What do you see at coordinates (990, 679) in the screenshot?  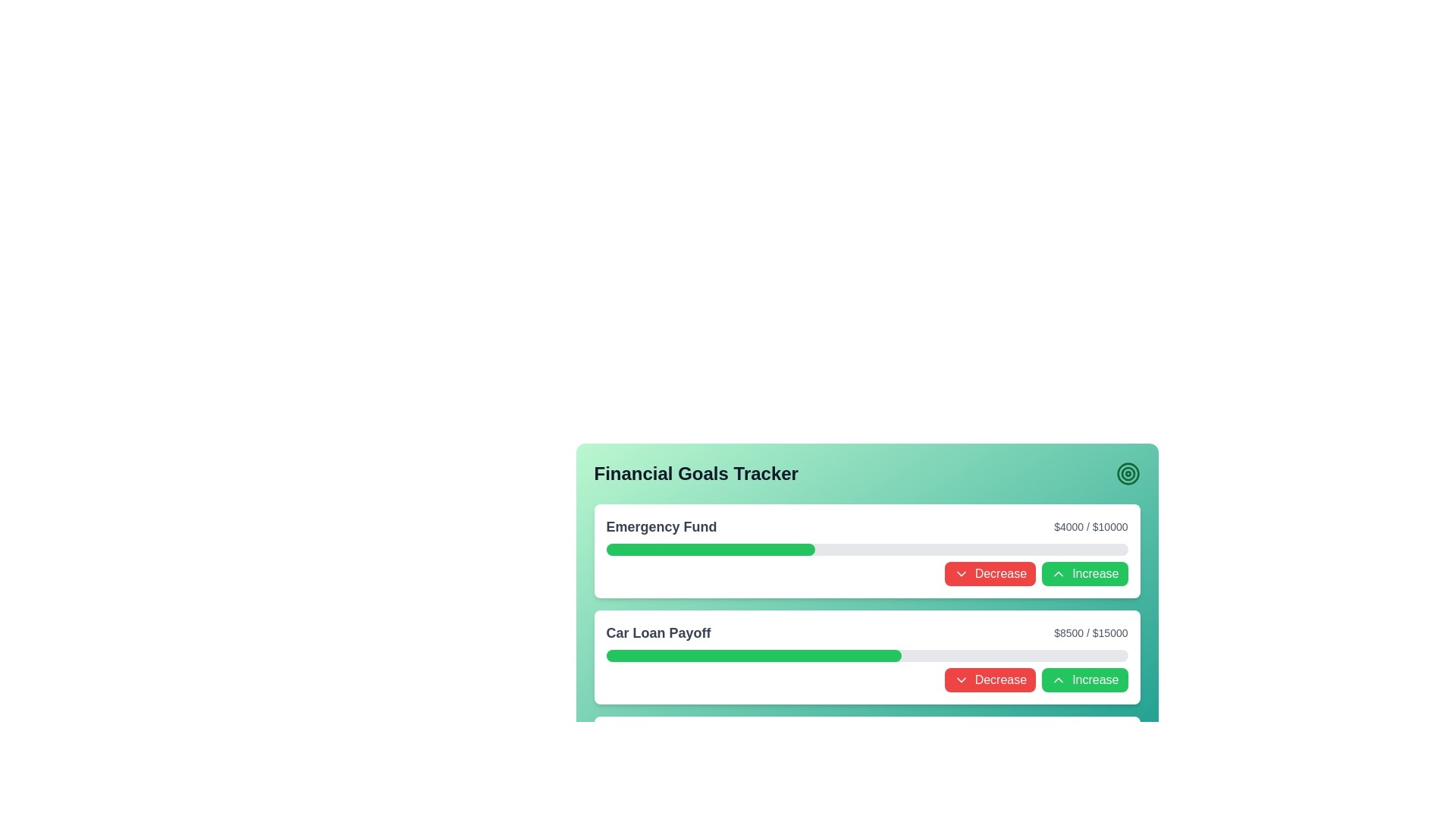 I see `the decrement button in the 'Car Loan Payoff' section of the 'Financial Goals Tracker' interface to decrease the associated value` at bounding box center [990, 679].